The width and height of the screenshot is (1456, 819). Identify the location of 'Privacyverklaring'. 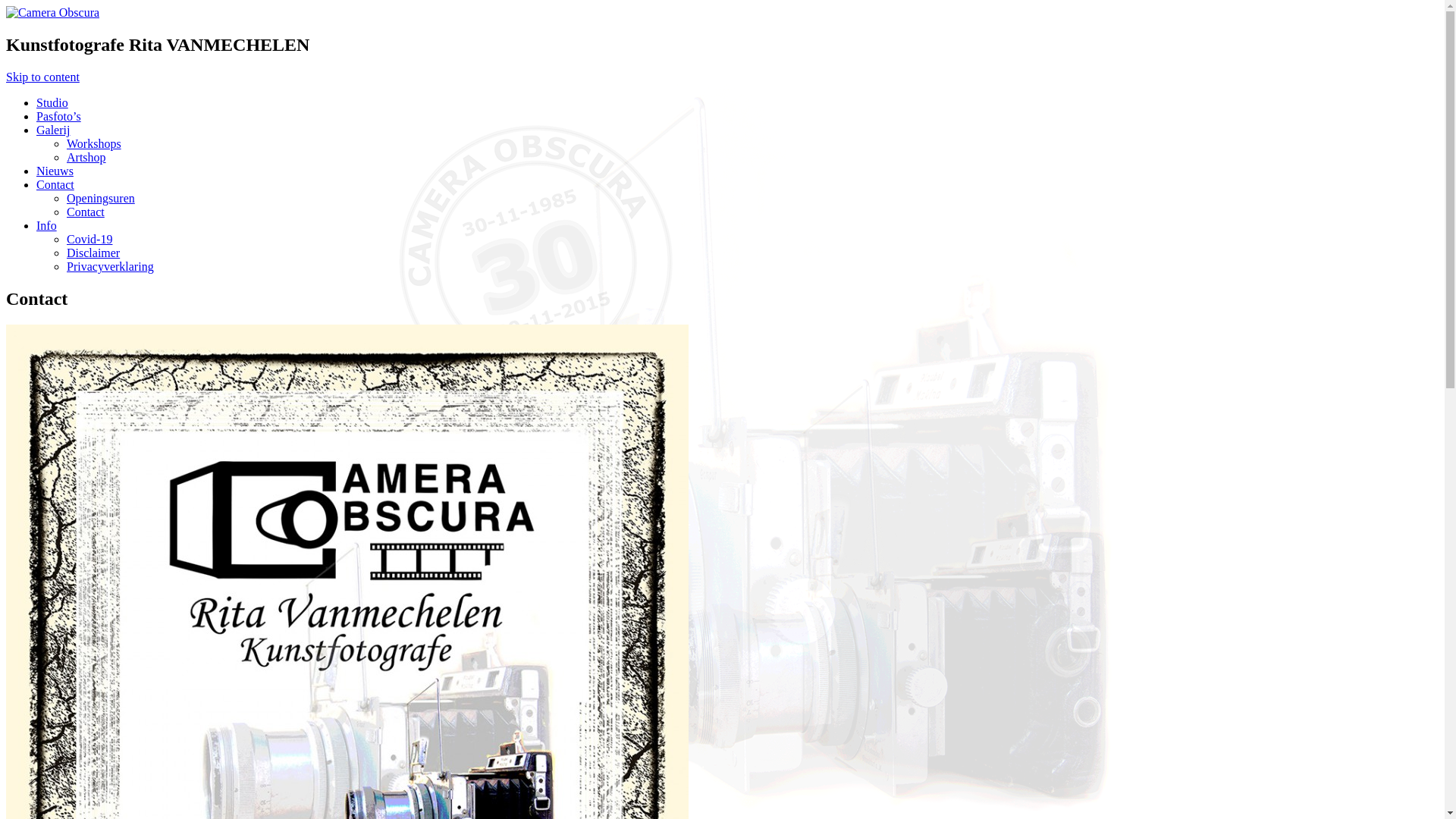
(109, 265).